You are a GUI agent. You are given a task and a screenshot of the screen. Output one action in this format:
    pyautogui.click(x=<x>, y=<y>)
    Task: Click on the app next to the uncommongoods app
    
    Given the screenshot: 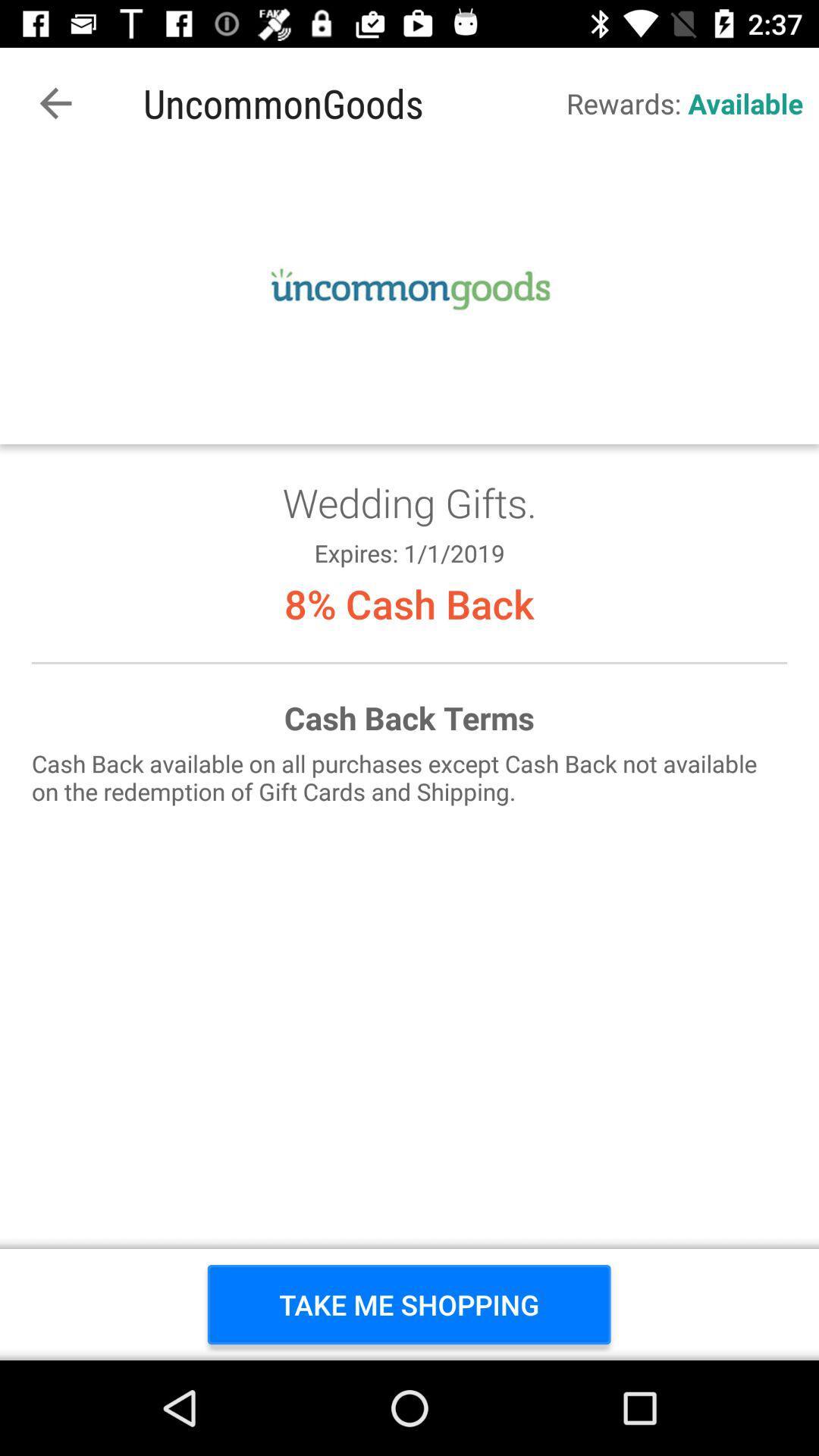 What is the action you would take?
    pyautogui.click(x=55, y=102)
    